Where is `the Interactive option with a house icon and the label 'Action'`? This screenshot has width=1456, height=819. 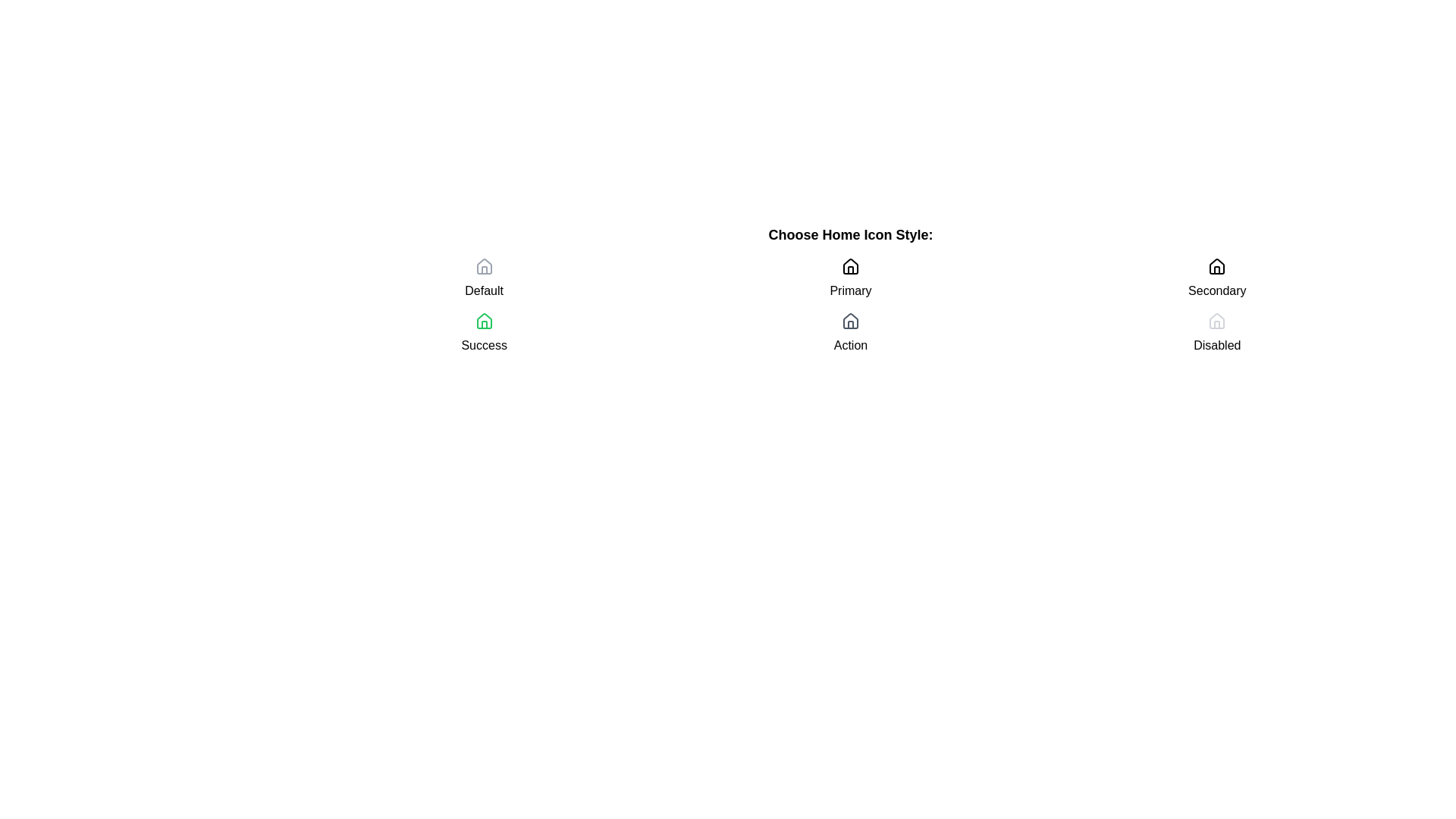 the Interactive option with a house icon and the label 'Action' is located at coordinates (851, 332).